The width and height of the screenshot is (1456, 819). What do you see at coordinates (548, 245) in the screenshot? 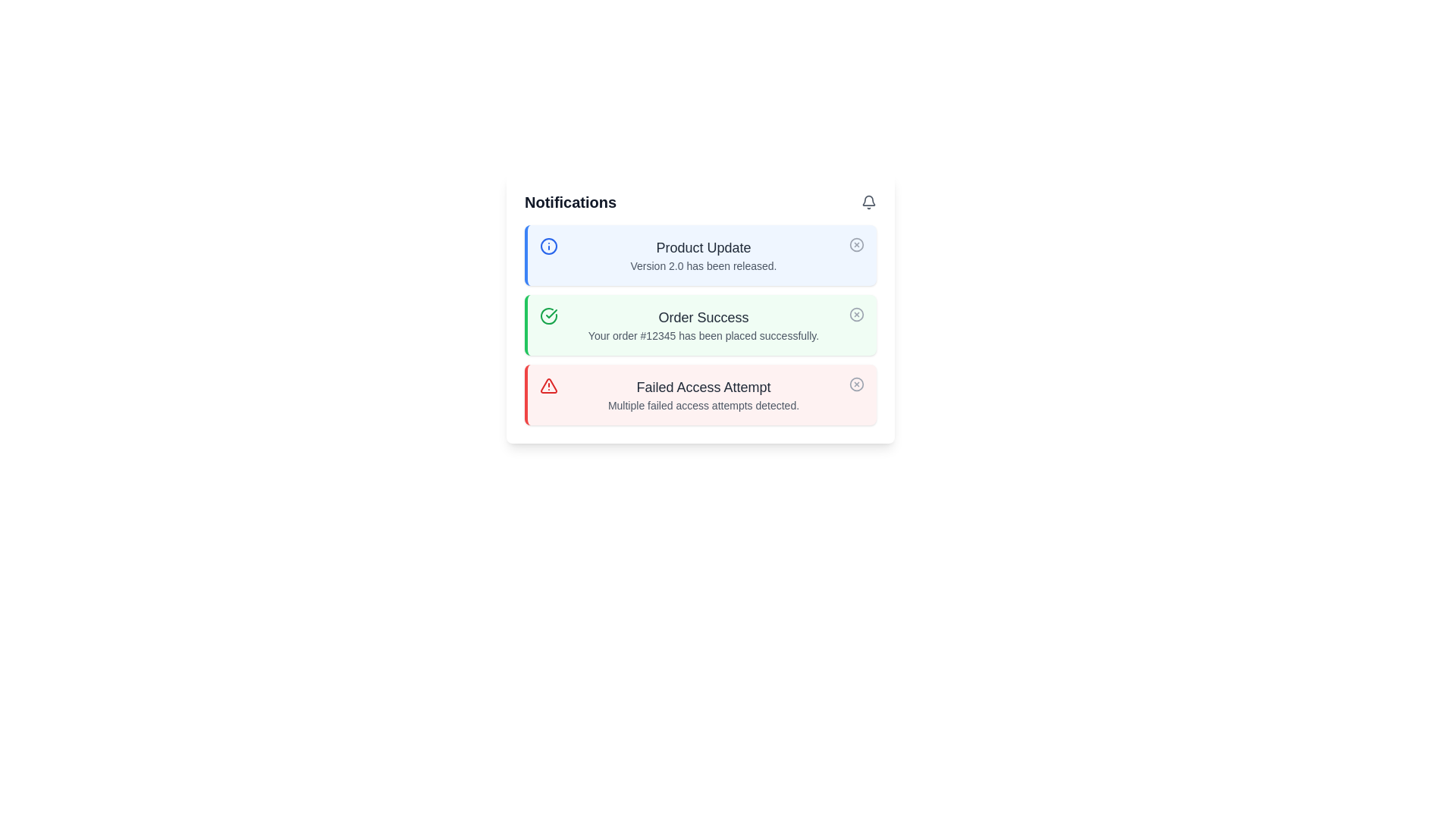
I see `the circular 'info' icon with a blue outline located inside the 'Product Update' notification card at the top of the list` at bounding box center [548, 245].